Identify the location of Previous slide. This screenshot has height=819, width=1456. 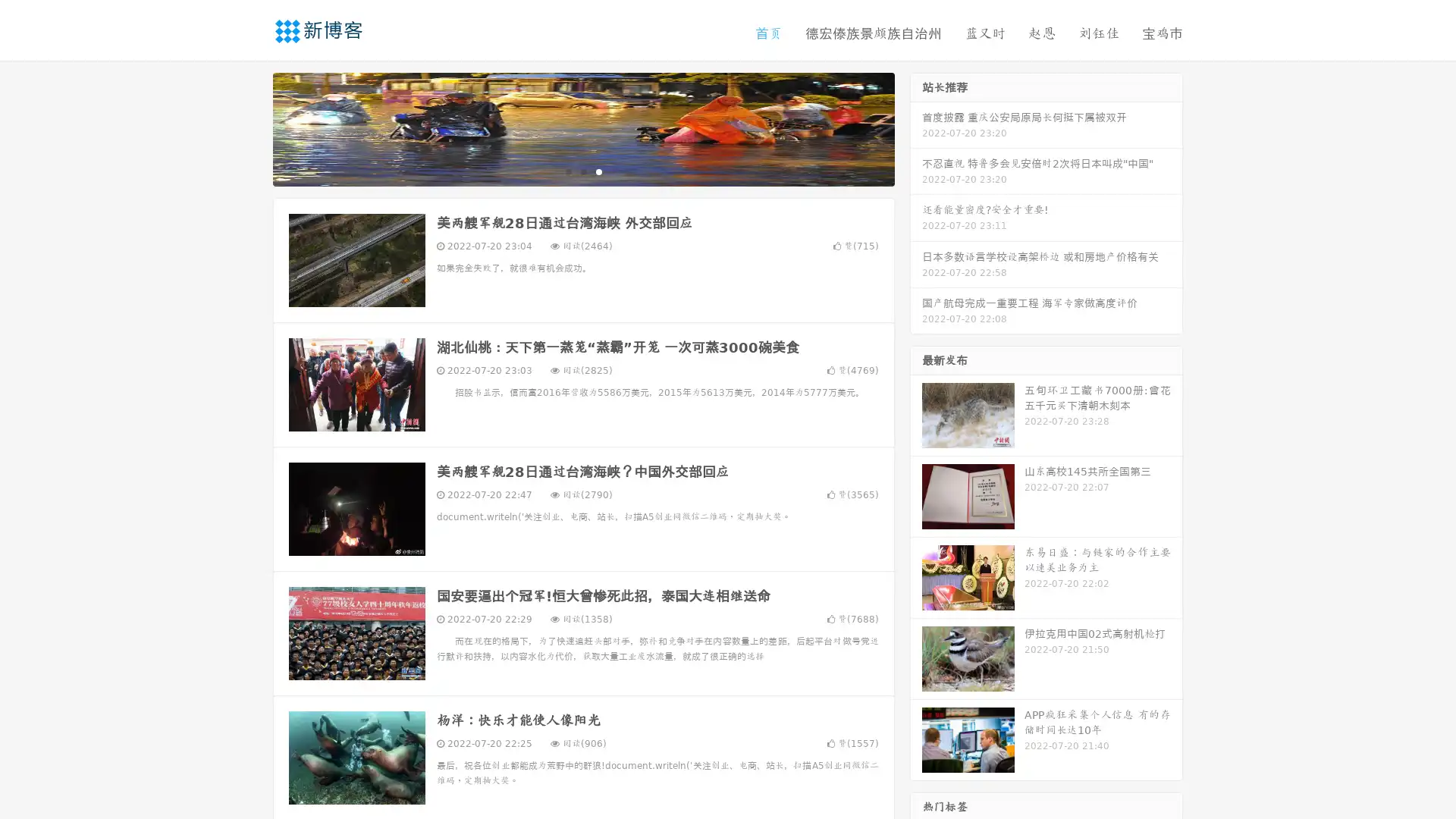
(250, 127).